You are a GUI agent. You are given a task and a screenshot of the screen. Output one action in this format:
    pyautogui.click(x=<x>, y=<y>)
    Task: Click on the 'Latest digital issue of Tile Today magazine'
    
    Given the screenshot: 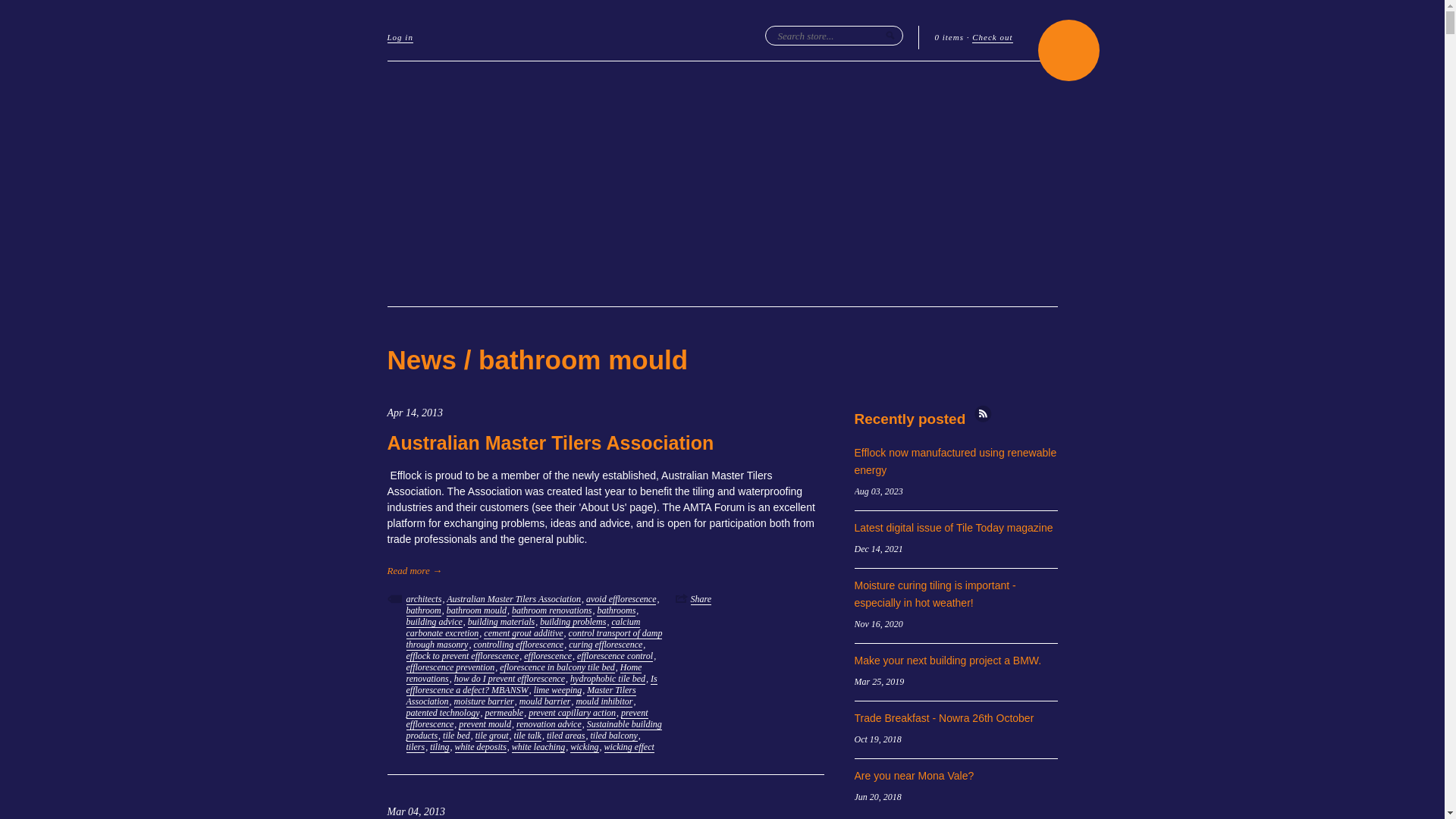 What is the action you would take?
    pyautogui.click(x=952, y=526)
    